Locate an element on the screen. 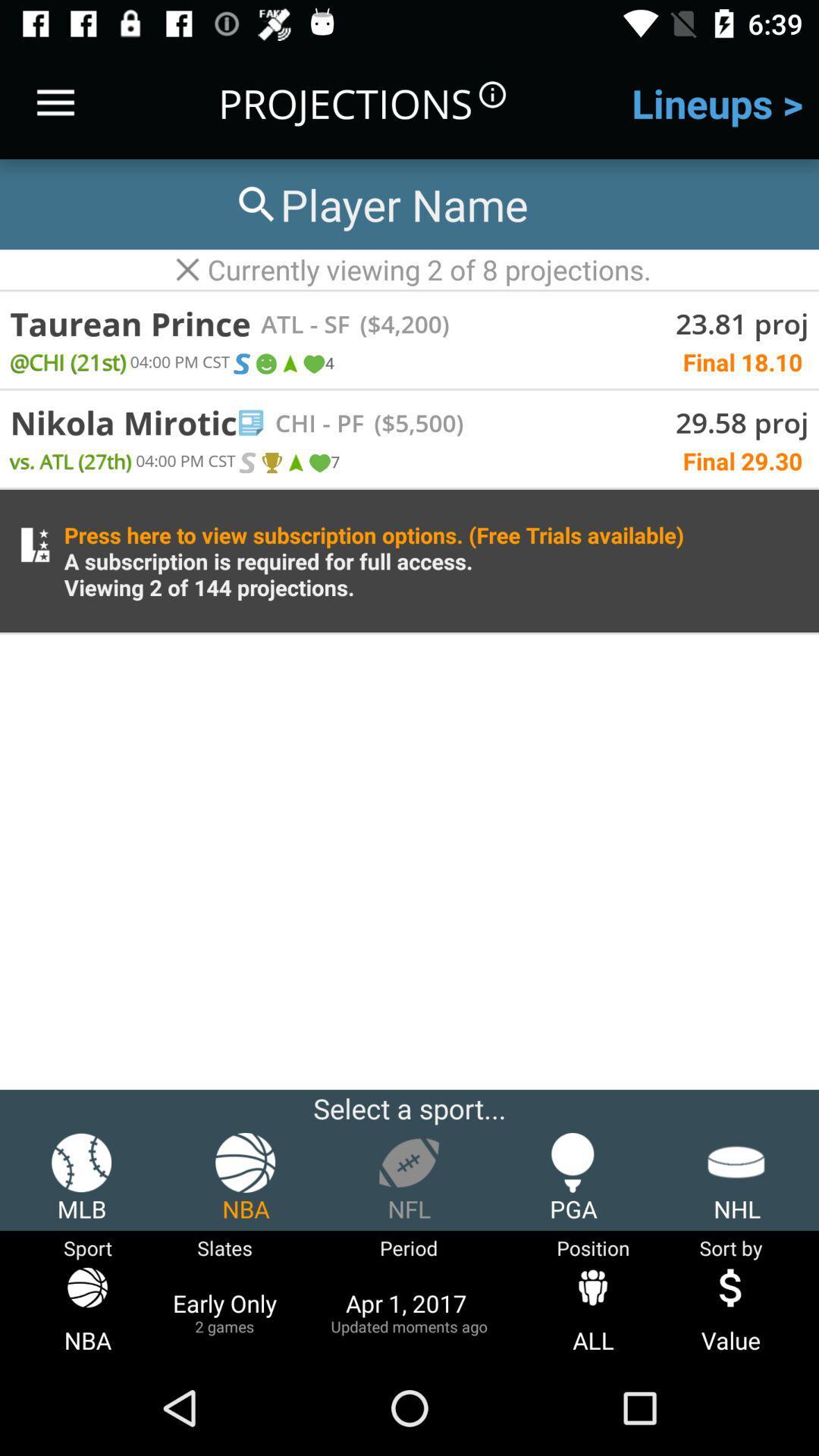 The image size is (819, 1456). the arrow icon next to smiley is located at coordinates (289, 364).